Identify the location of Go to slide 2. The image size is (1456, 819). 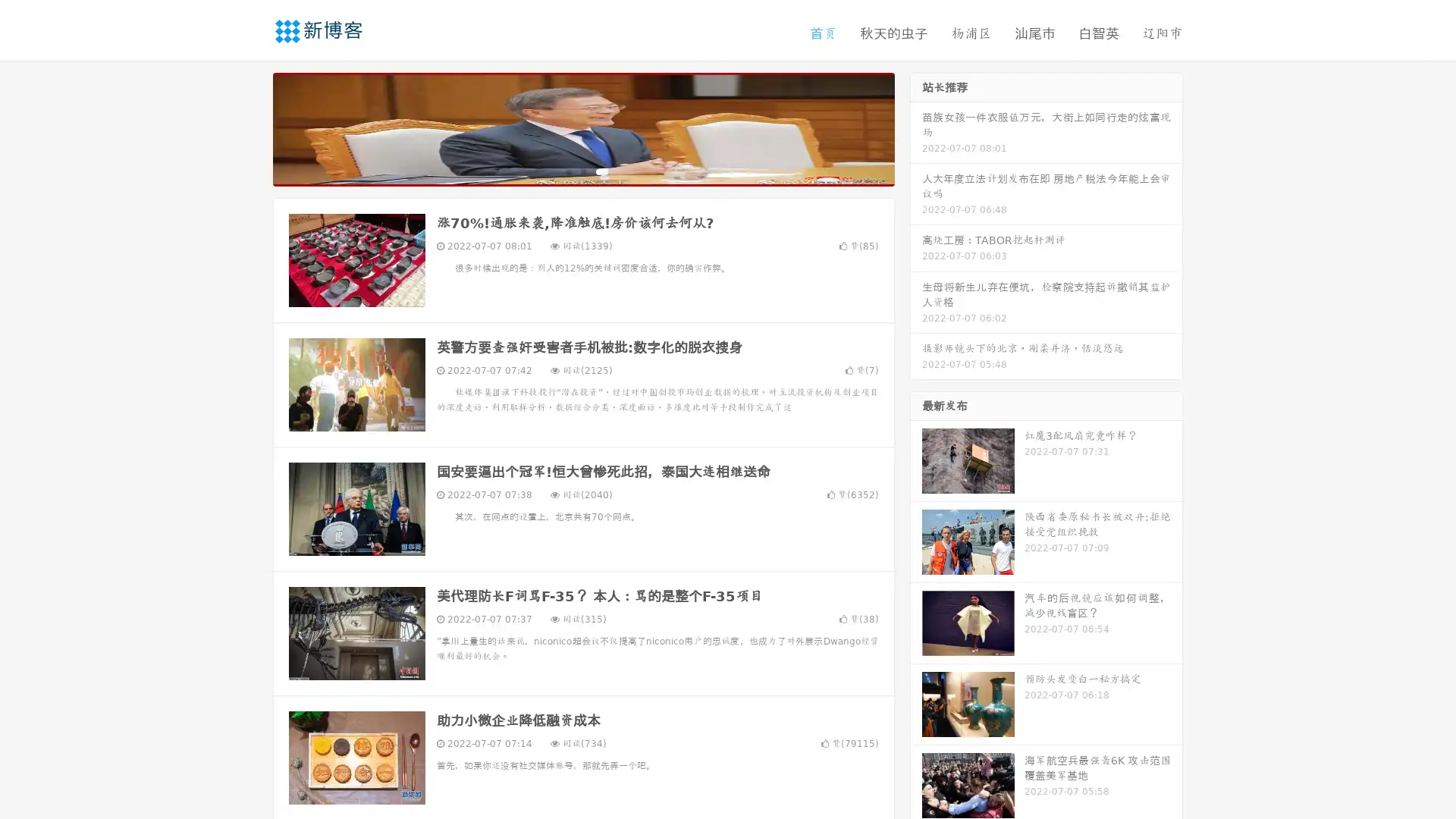
(582, 171).